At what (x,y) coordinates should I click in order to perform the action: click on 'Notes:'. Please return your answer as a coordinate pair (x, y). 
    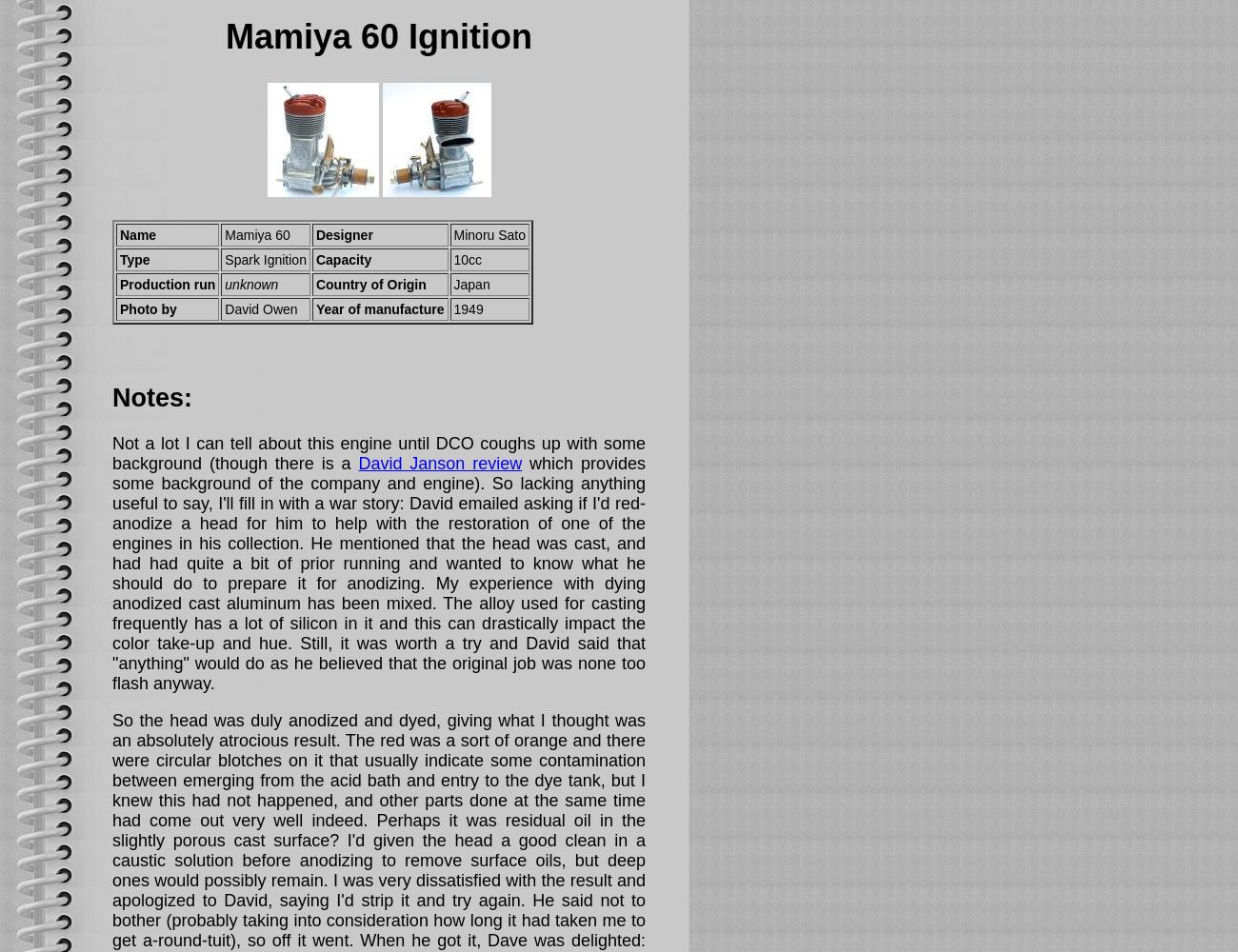
    Looking at the image, I should click on (111, 397).